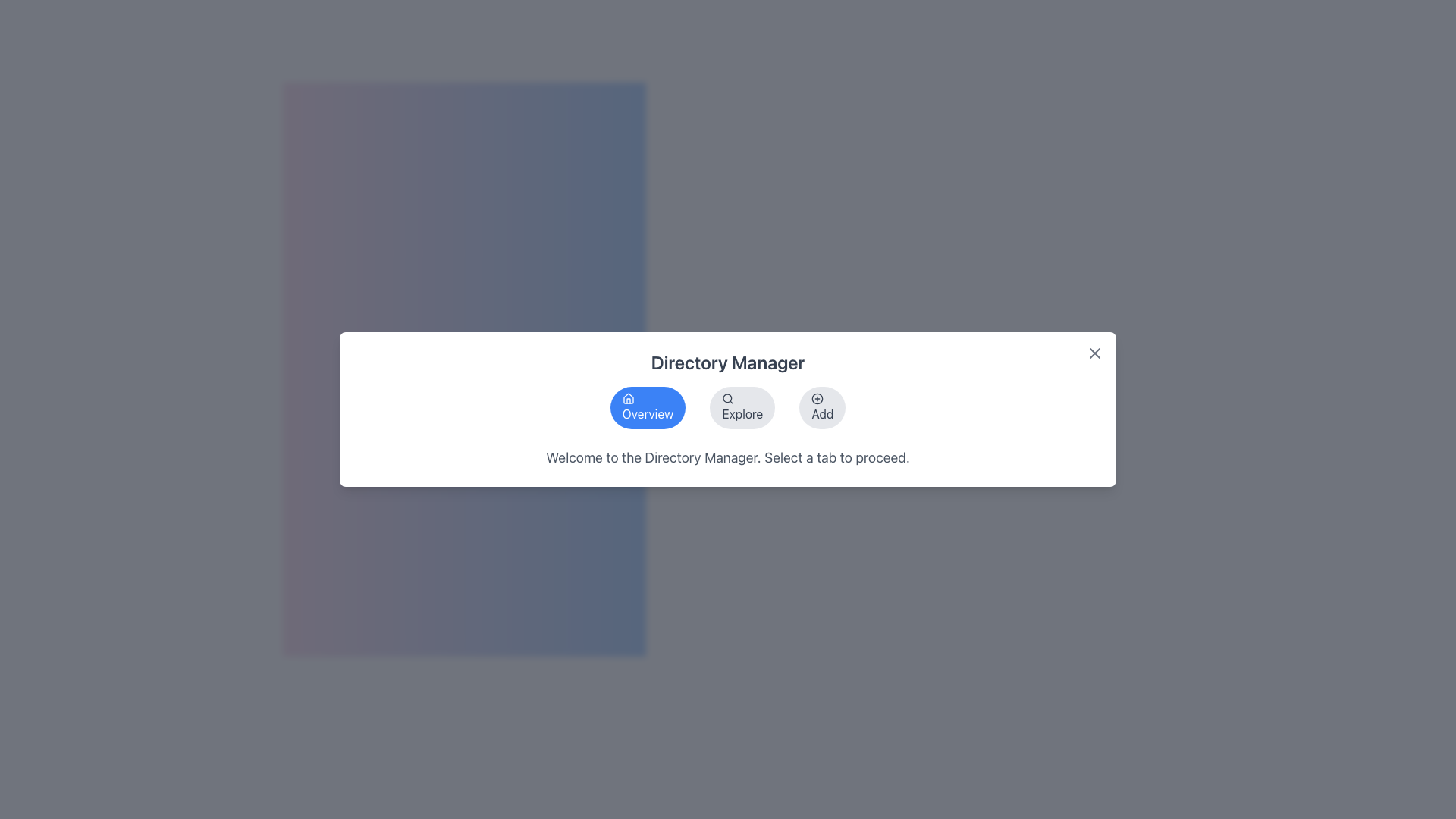 The image size is (1456, 819). Describe the element at coordinates (1095, 353) in the screenshot. I see `the close icon located in the top-right corner of the modal dialog box` at that location.